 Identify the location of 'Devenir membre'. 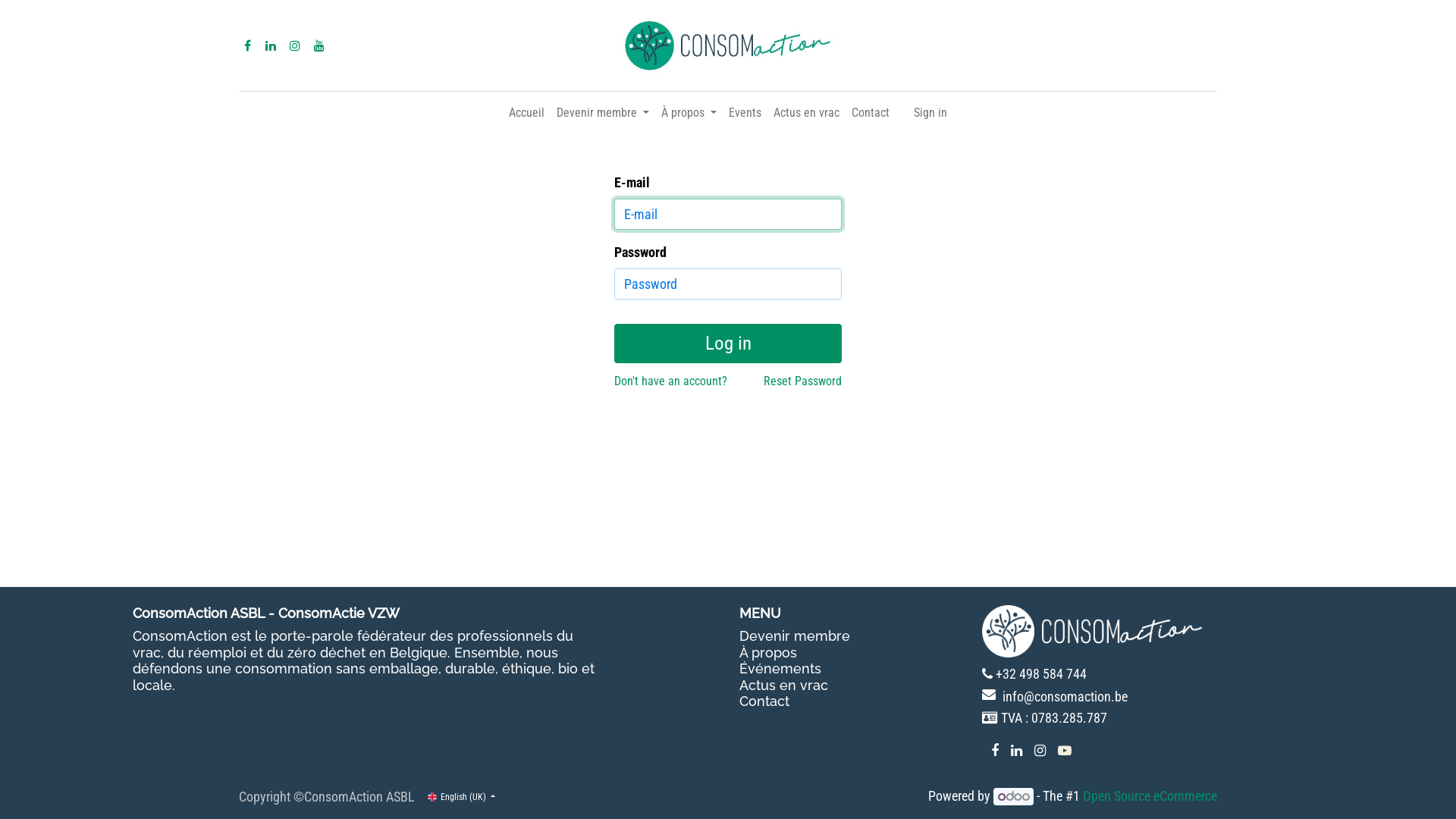
(602, 112).